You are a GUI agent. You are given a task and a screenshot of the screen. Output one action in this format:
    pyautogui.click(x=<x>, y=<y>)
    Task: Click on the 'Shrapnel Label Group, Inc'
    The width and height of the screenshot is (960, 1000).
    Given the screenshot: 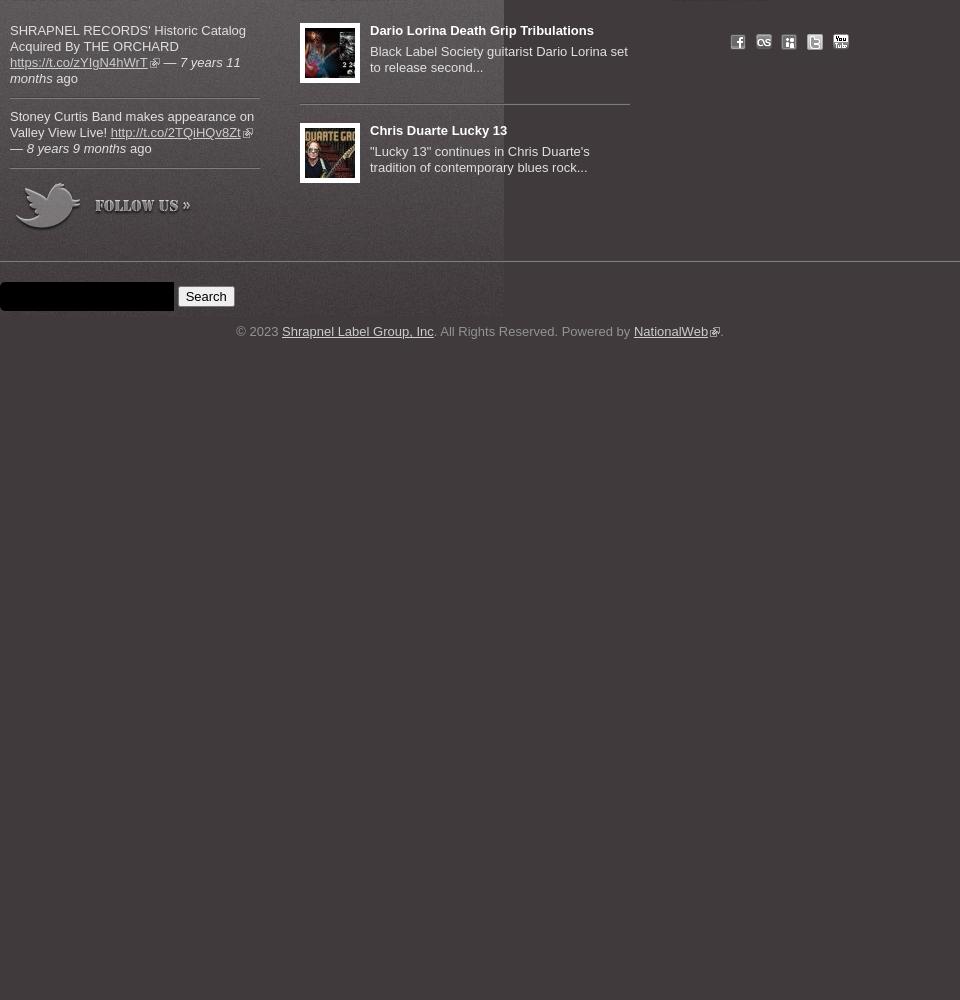 What is the action you would take?
    pyautogui.click(x=279, y=330)
    